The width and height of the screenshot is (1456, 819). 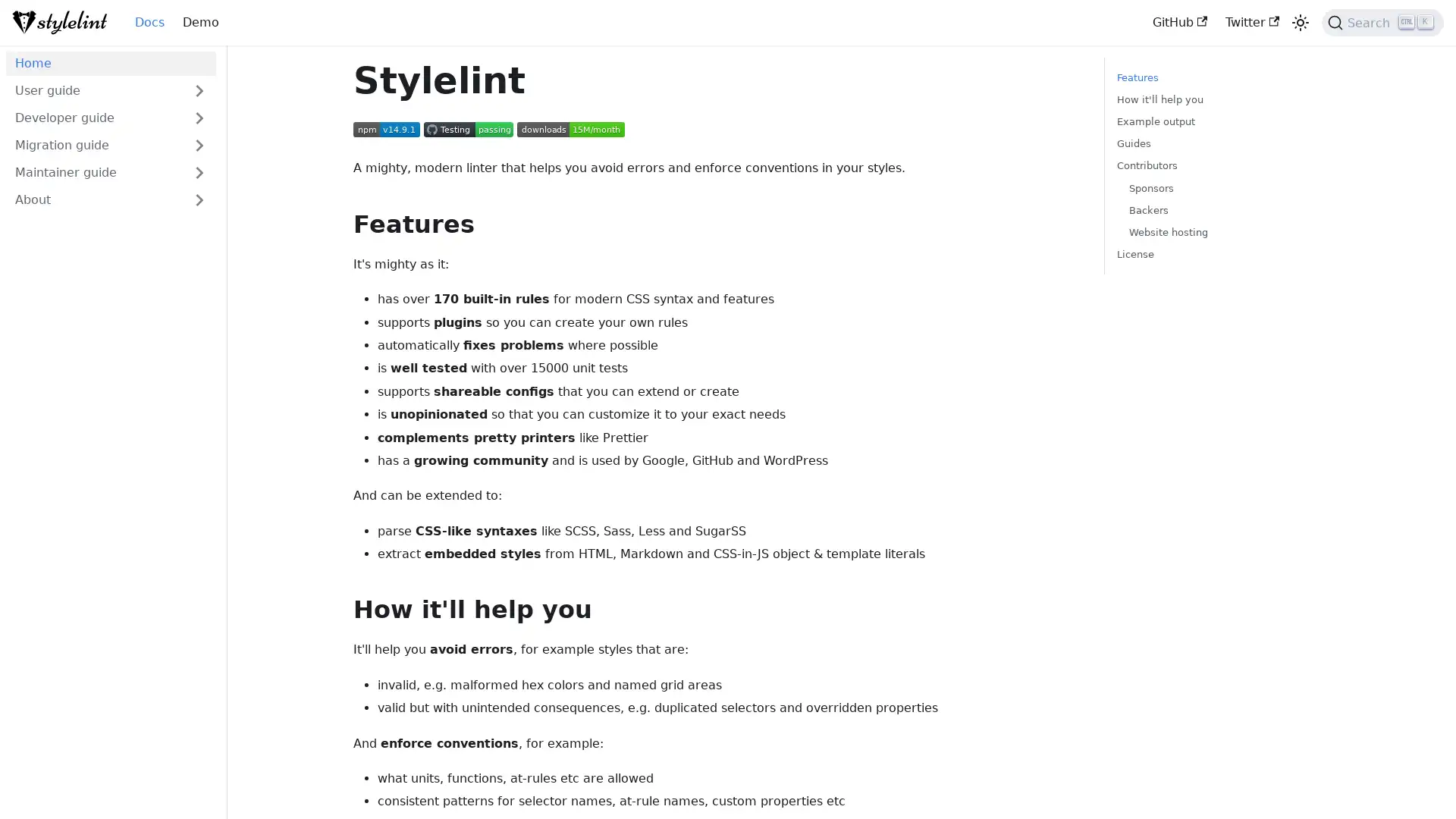 I want to click on Search, so click(x=1382, y=23).